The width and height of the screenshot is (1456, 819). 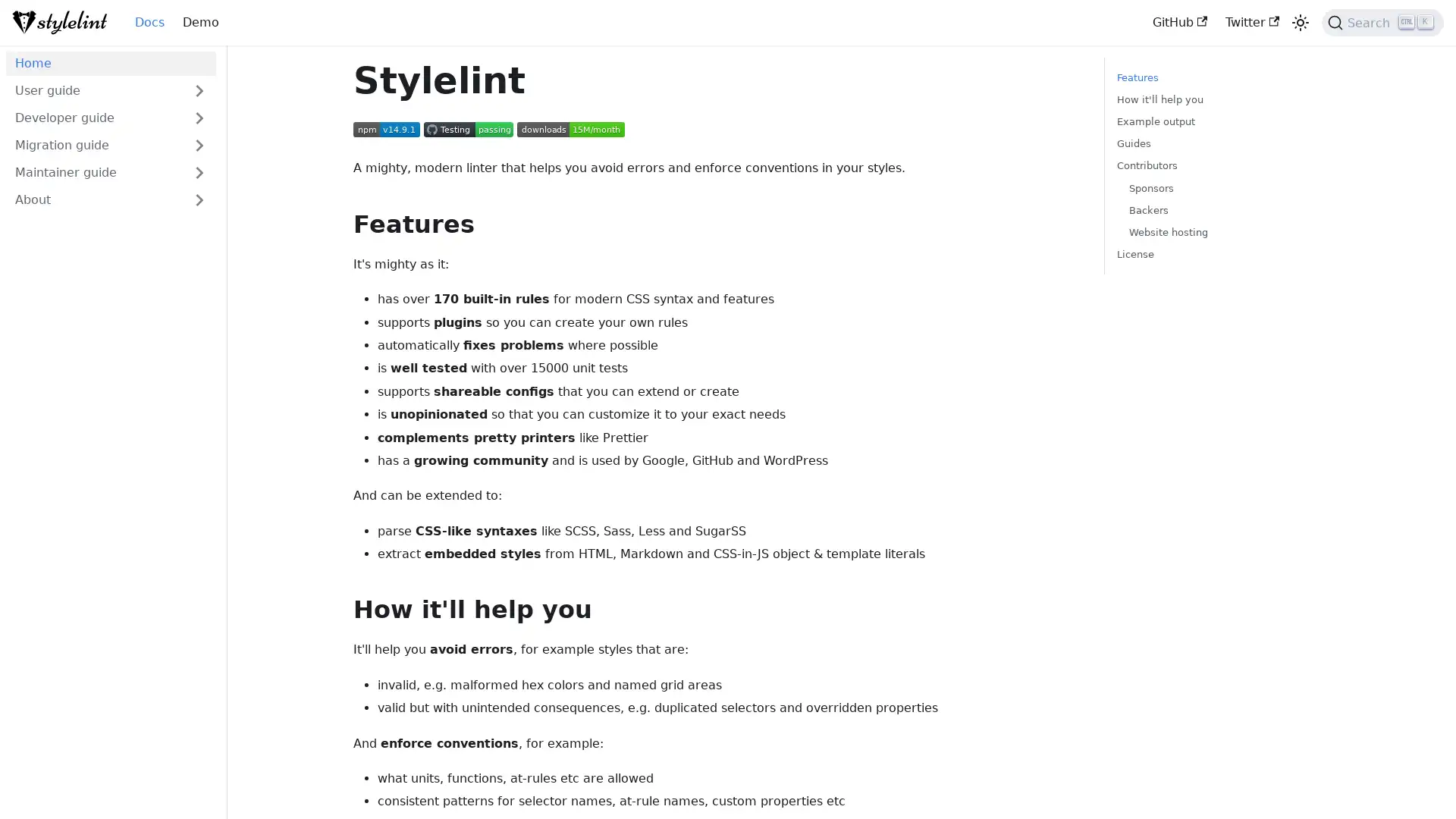 I want to click on Search, so click(x=1382, y=23).